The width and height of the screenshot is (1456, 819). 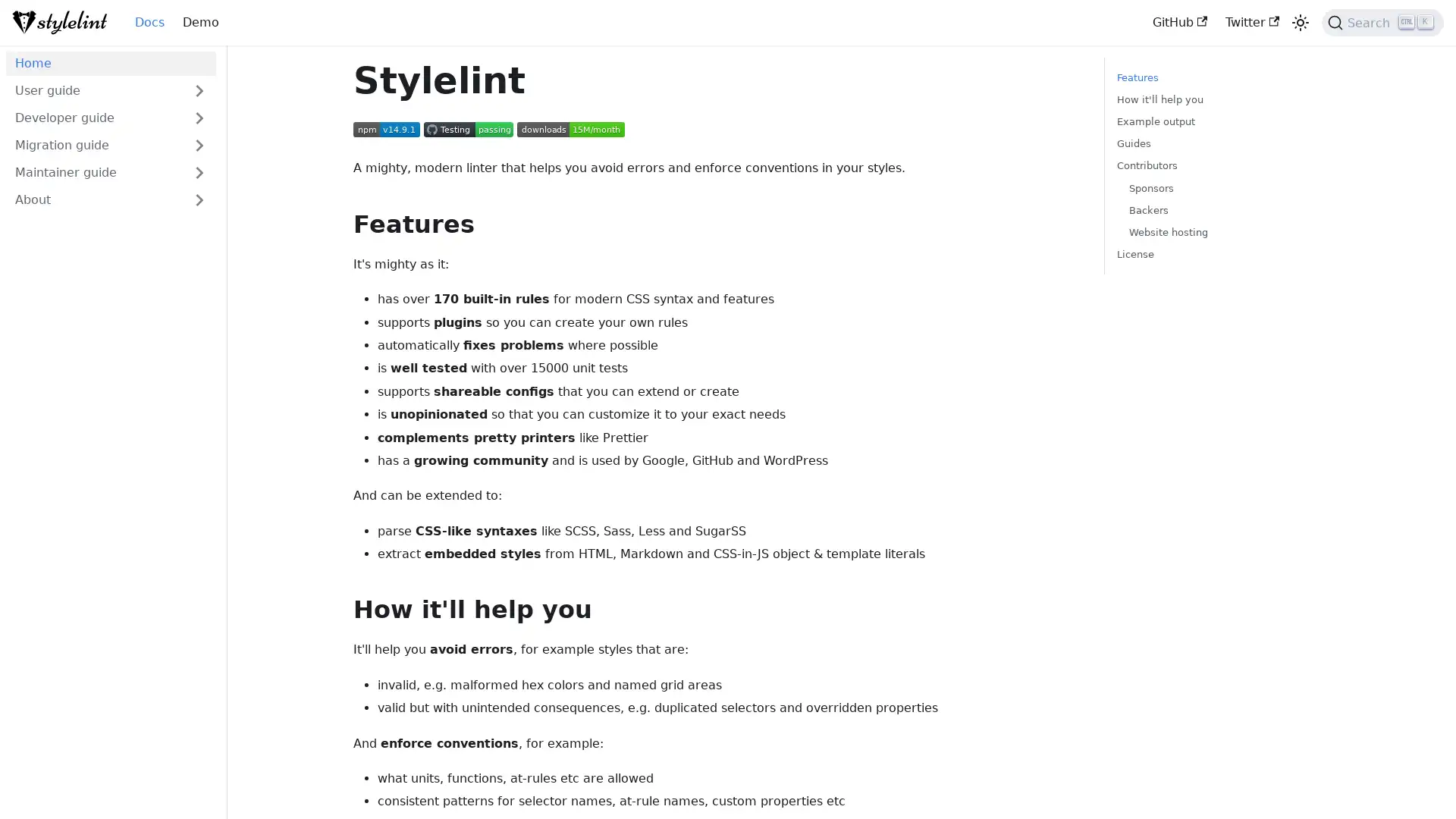 I want to click on Search, so click(x=1382, y=23).